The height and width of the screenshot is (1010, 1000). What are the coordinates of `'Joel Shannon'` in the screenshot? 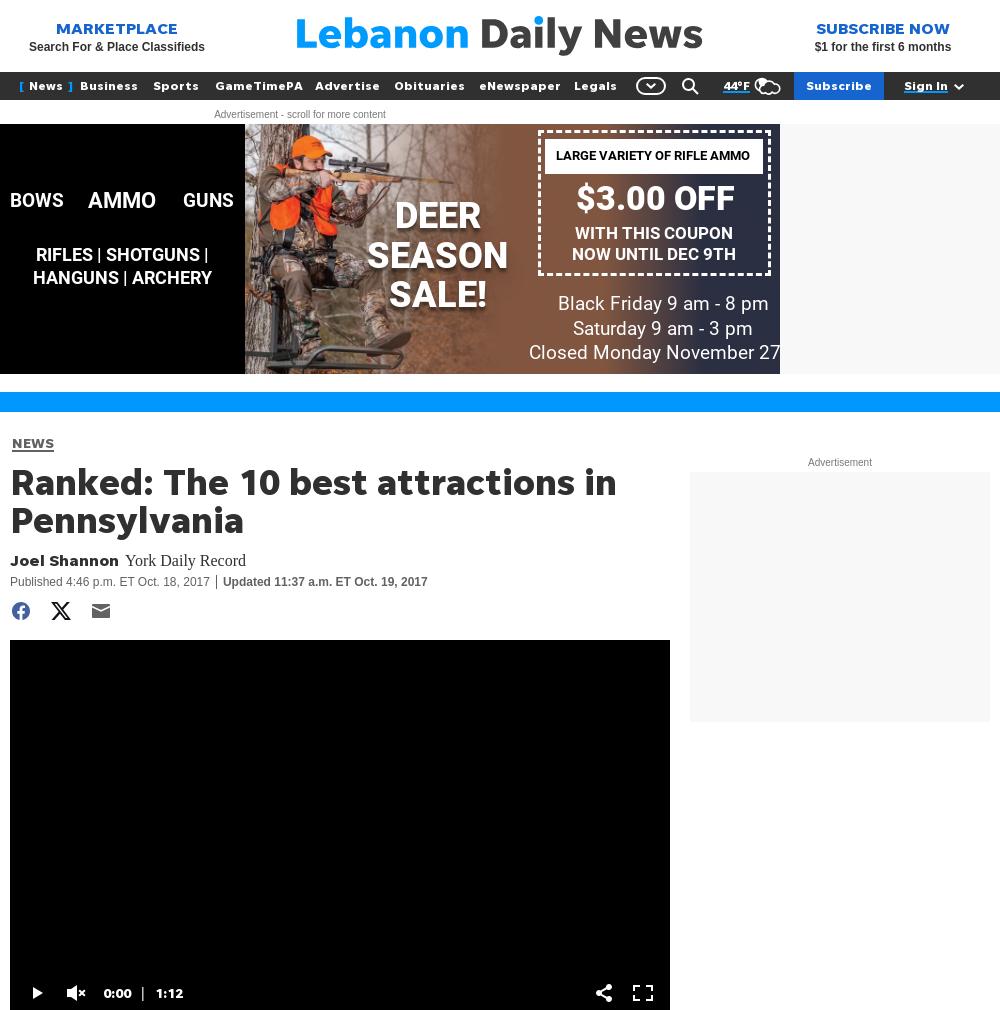 It's located at (63, 559).